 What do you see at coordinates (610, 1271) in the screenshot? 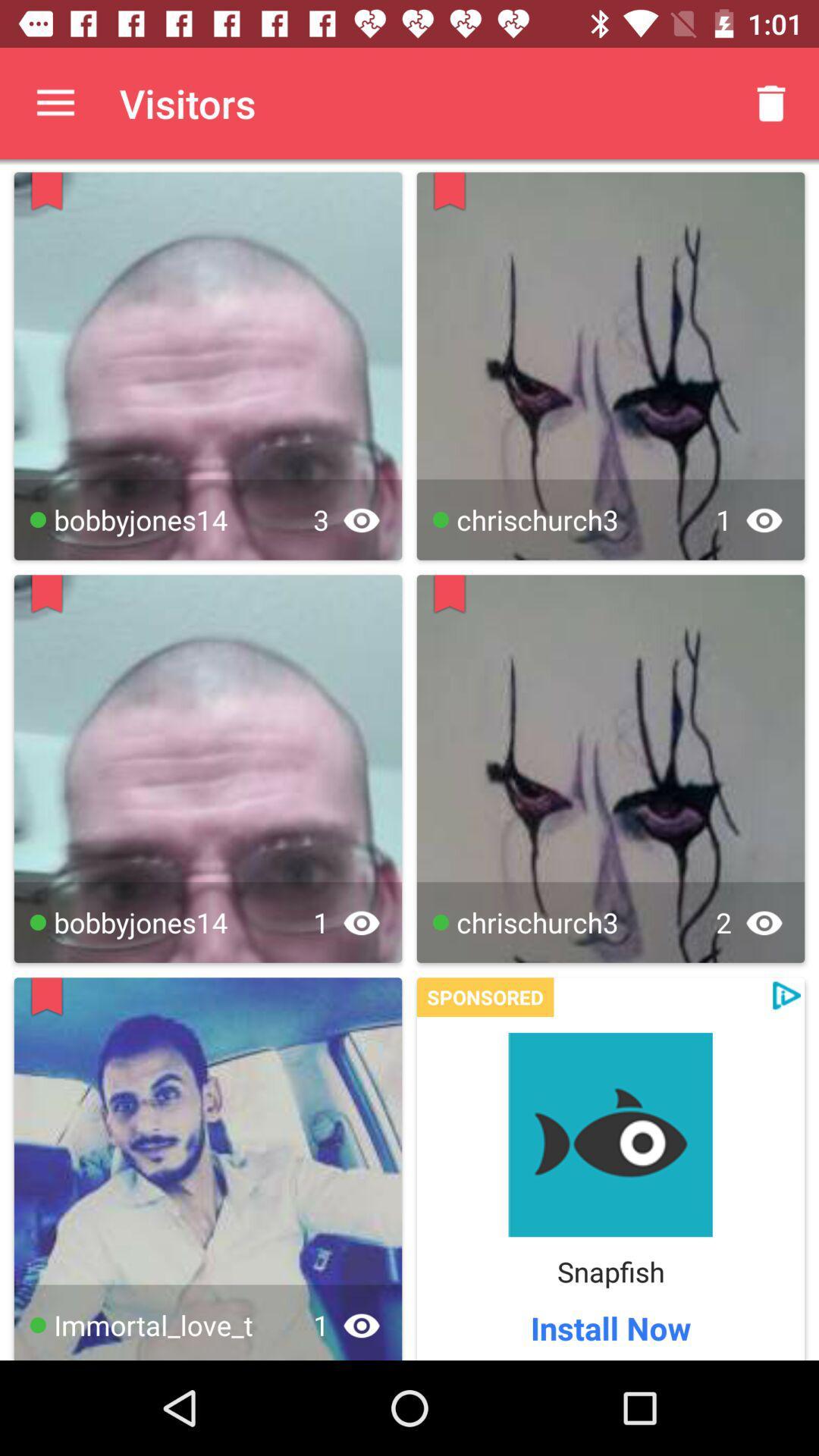
I see `the snapfish item` at bounding box center [610, 1271].